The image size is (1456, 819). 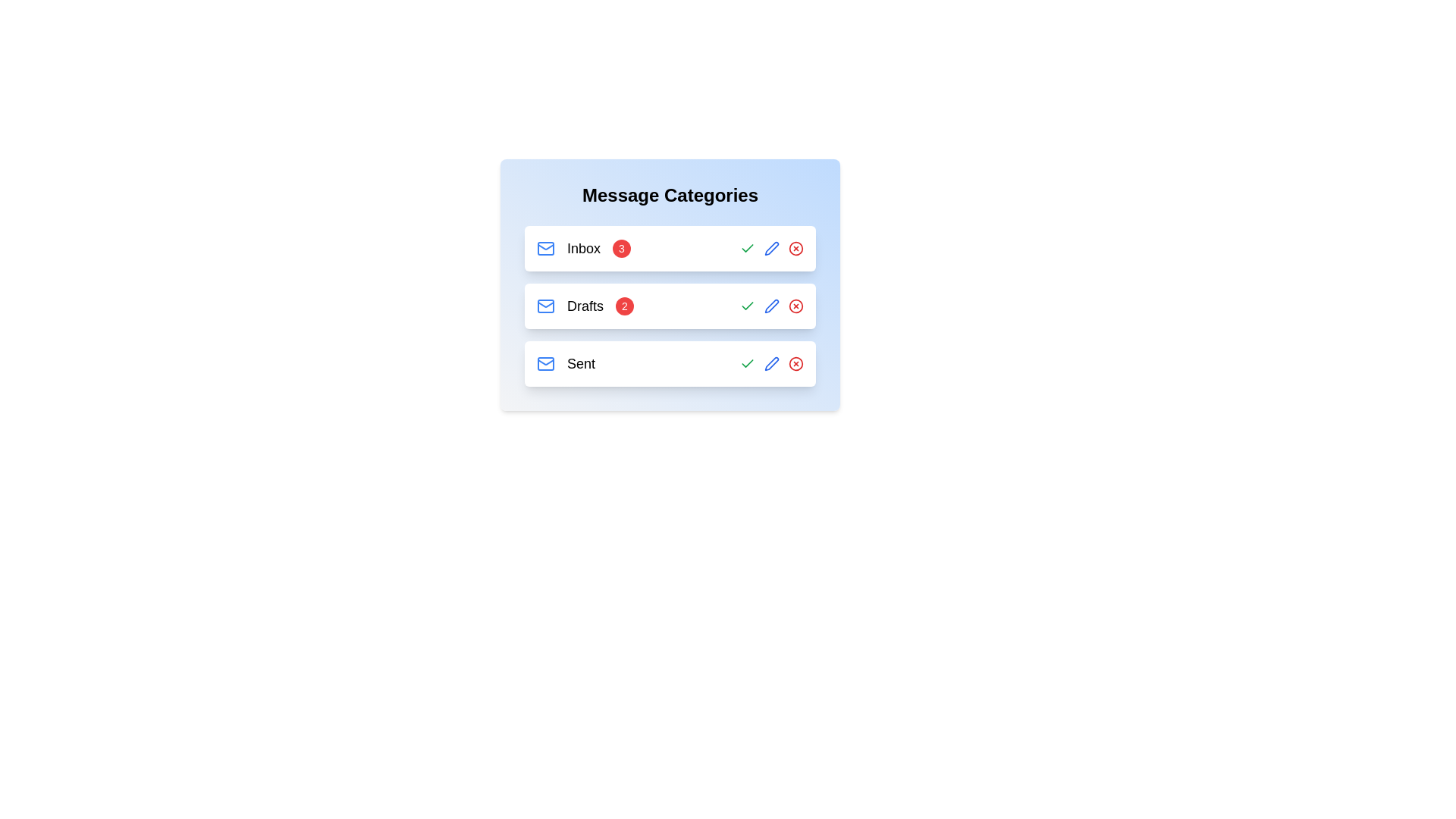 What do you see at coordinates (771, 247) in the screenshot?
I see `the edit button for the category Inbox` at bounding box center [771, 247].